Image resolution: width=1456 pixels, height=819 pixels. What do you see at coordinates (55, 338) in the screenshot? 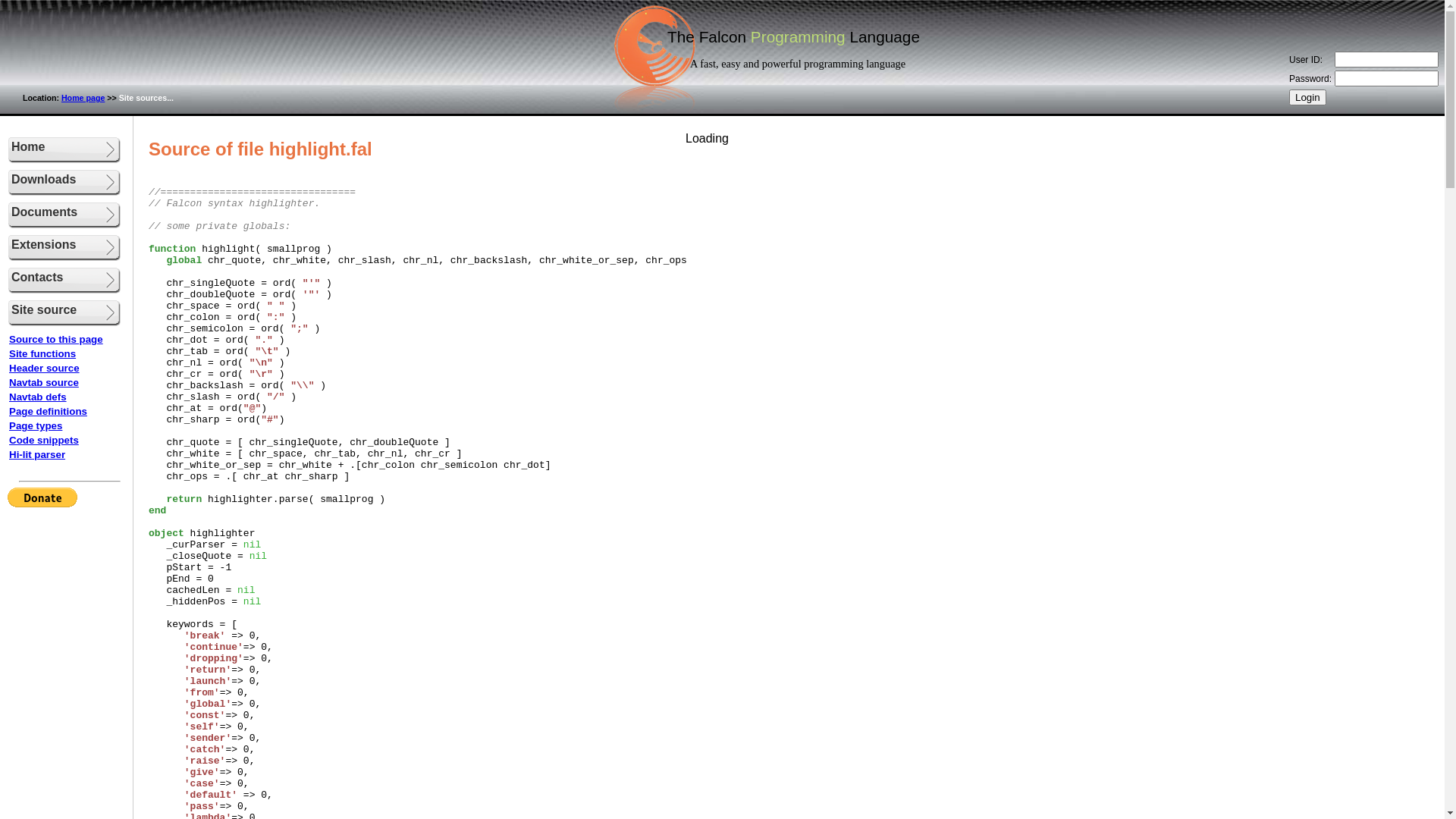
I see `'Source to this page'` at bounding box center [55, 338].